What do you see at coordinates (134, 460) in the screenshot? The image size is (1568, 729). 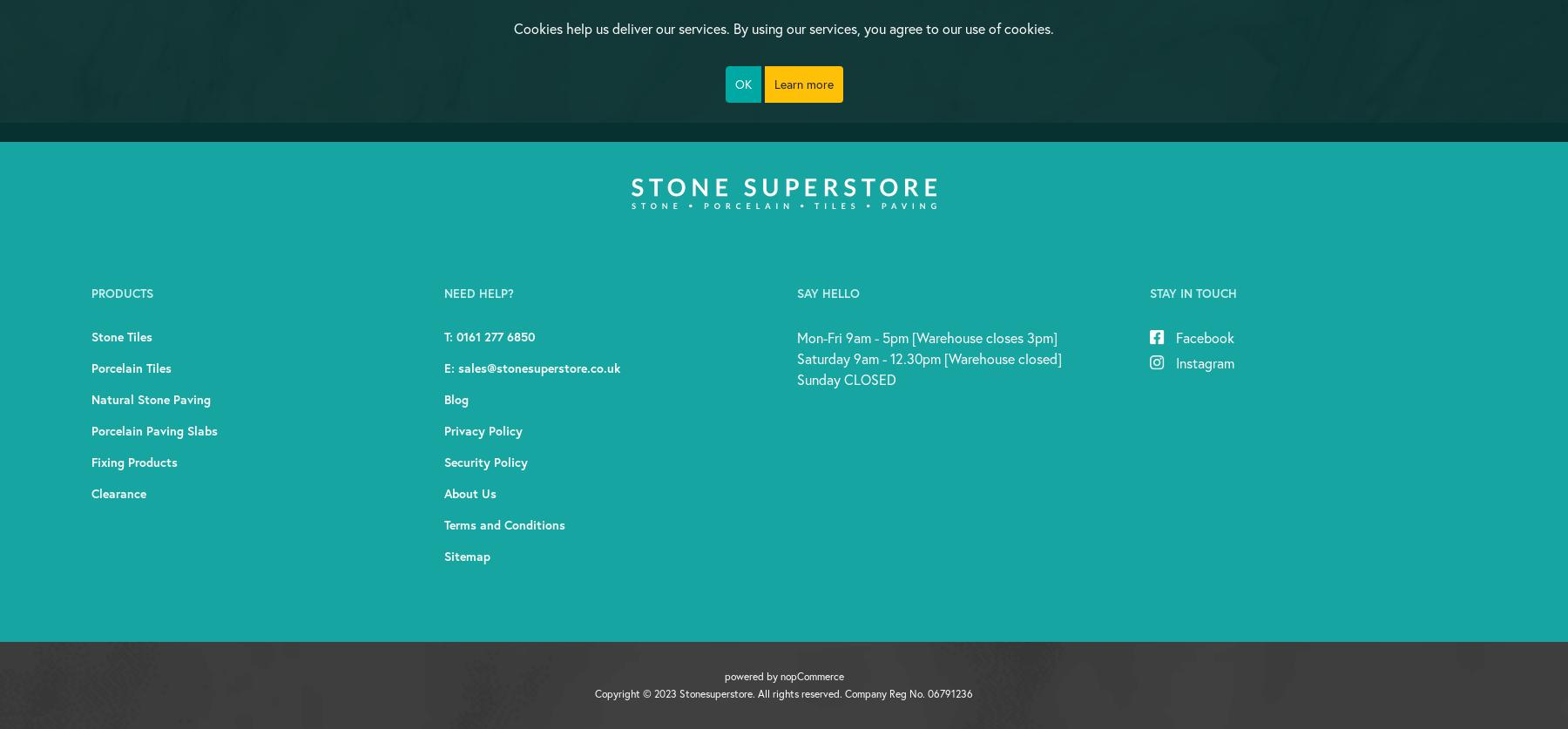 I see `'fixing products'` at bounding box center [134, 460].